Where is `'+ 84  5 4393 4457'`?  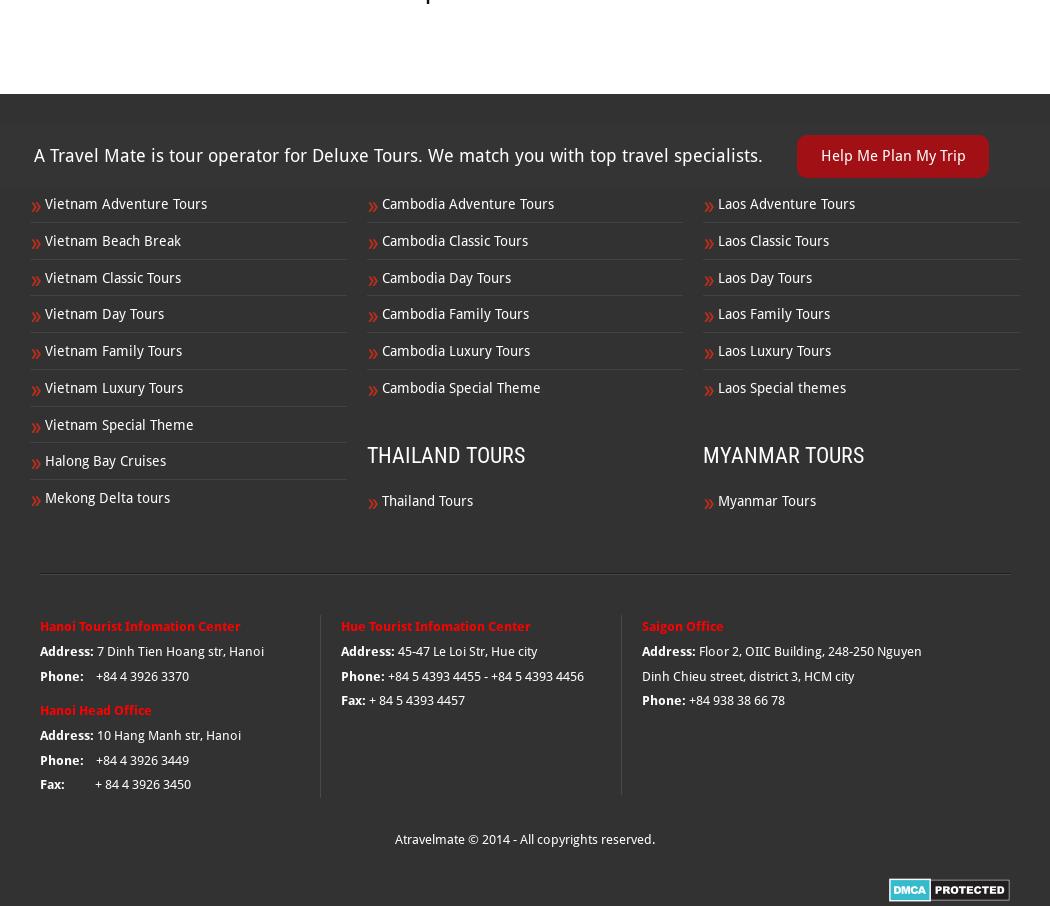 '+ 84  5 4393 4457' is located at coordinates (415, 700).